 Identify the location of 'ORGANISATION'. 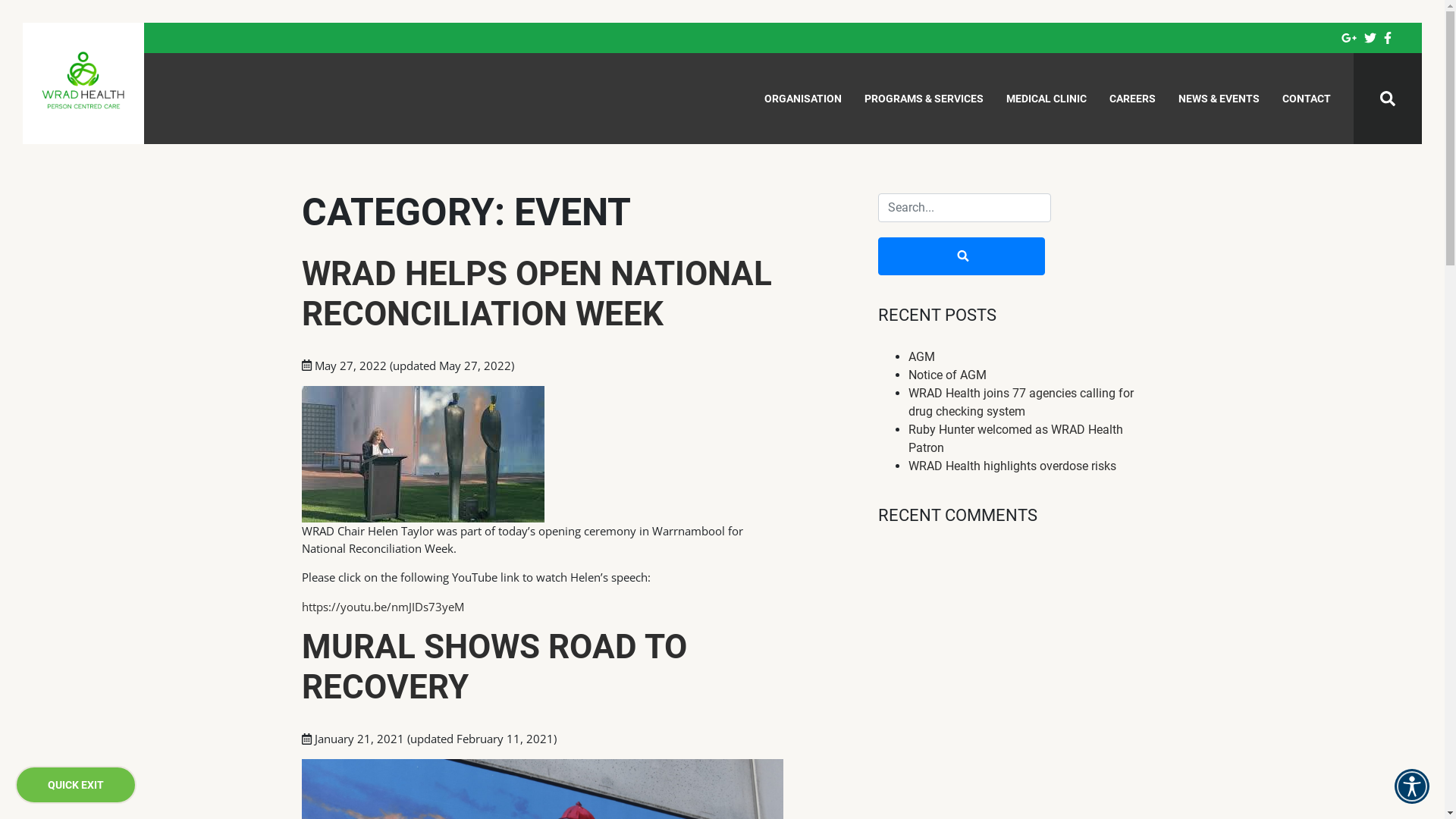
(802, 99).